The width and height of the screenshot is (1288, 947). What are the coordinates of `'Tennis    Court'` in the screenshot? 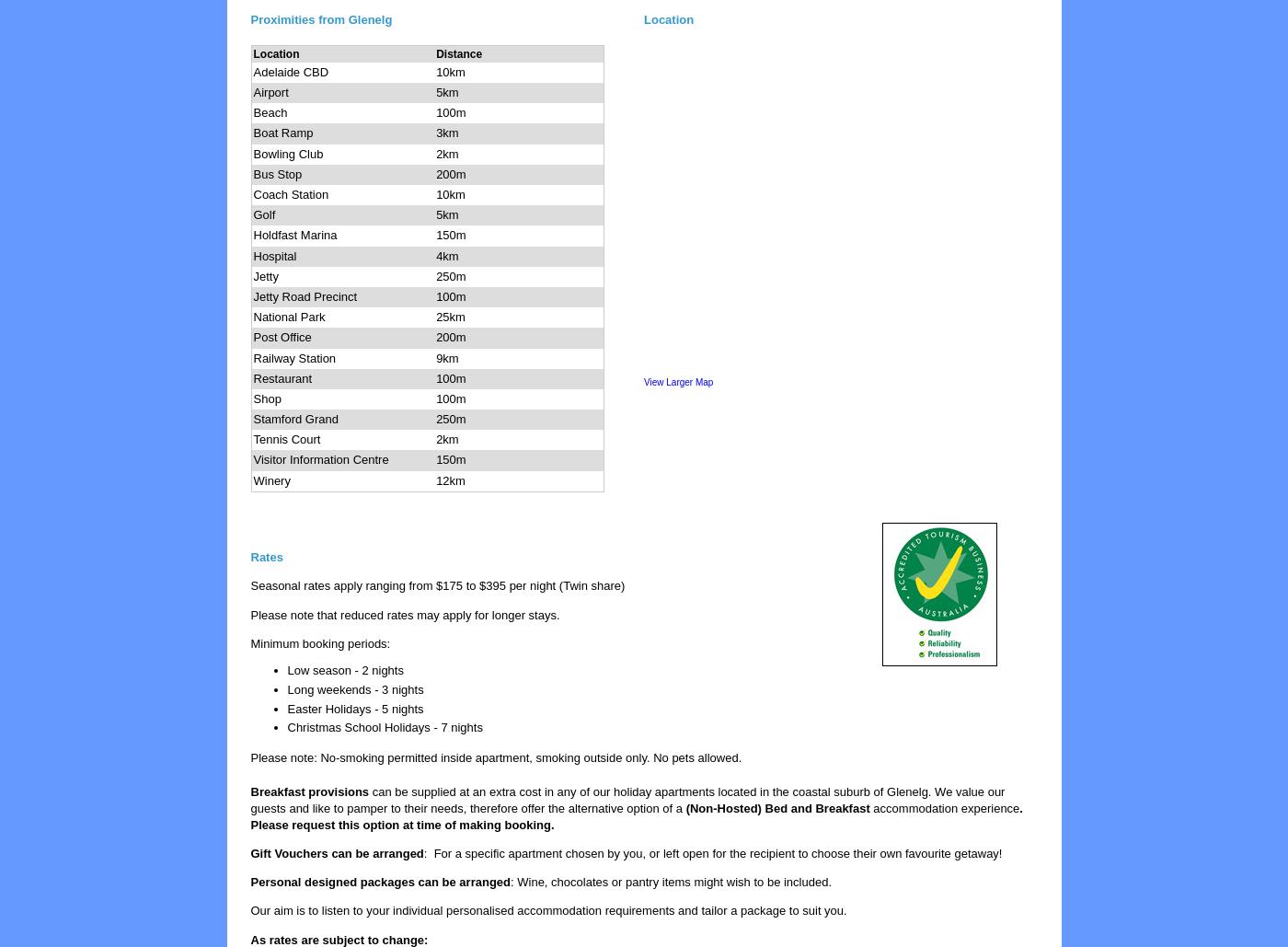 It's located at (286, 439).